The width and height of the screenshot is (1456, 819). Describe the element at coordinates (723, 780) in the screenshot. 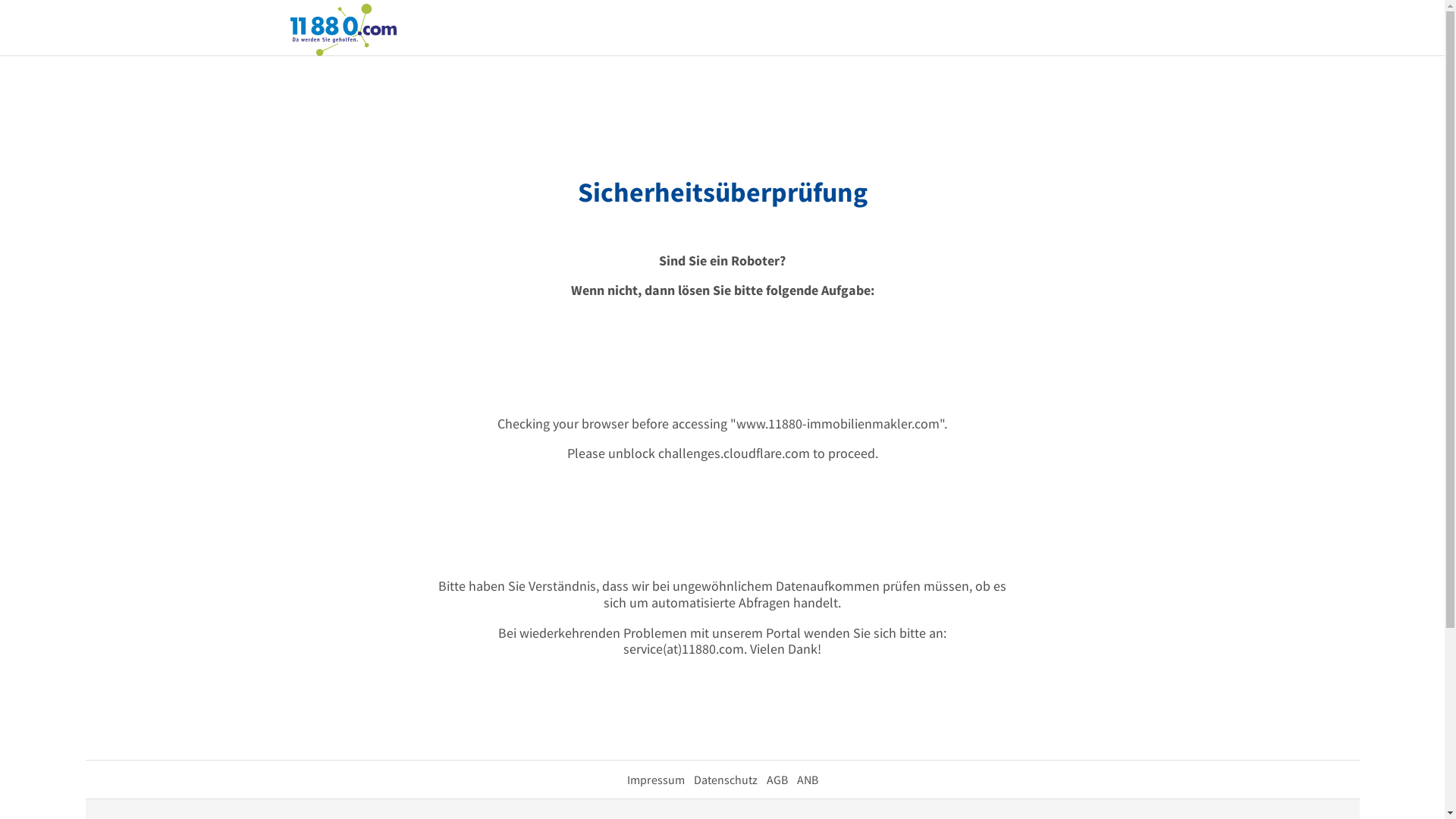

I see `'Datenschutz'` at that location.